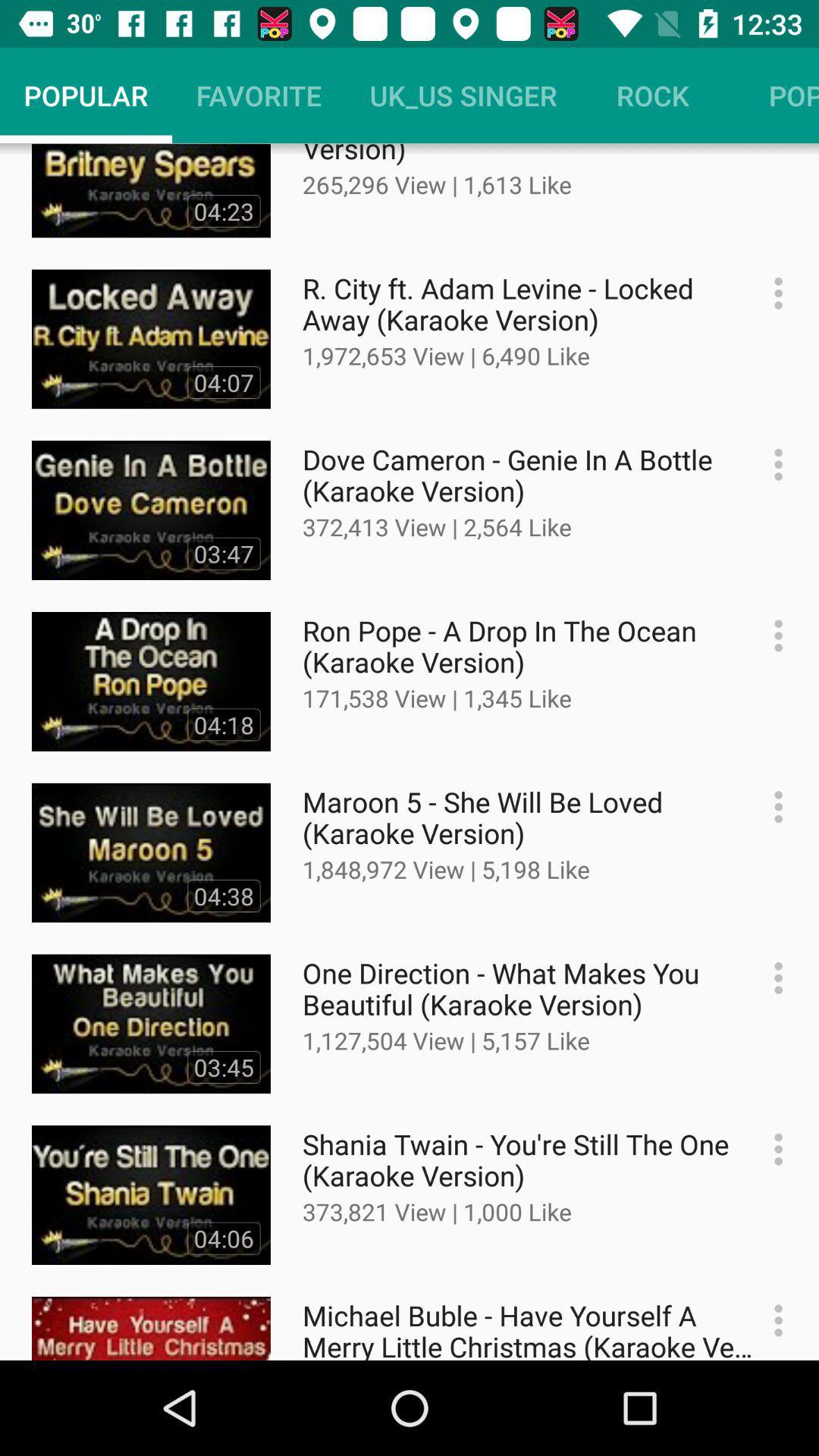  What do you see at coordinates (770, 1149) in the screenshot?
I see `get more information about the video` at bounding box center [770, 1149].